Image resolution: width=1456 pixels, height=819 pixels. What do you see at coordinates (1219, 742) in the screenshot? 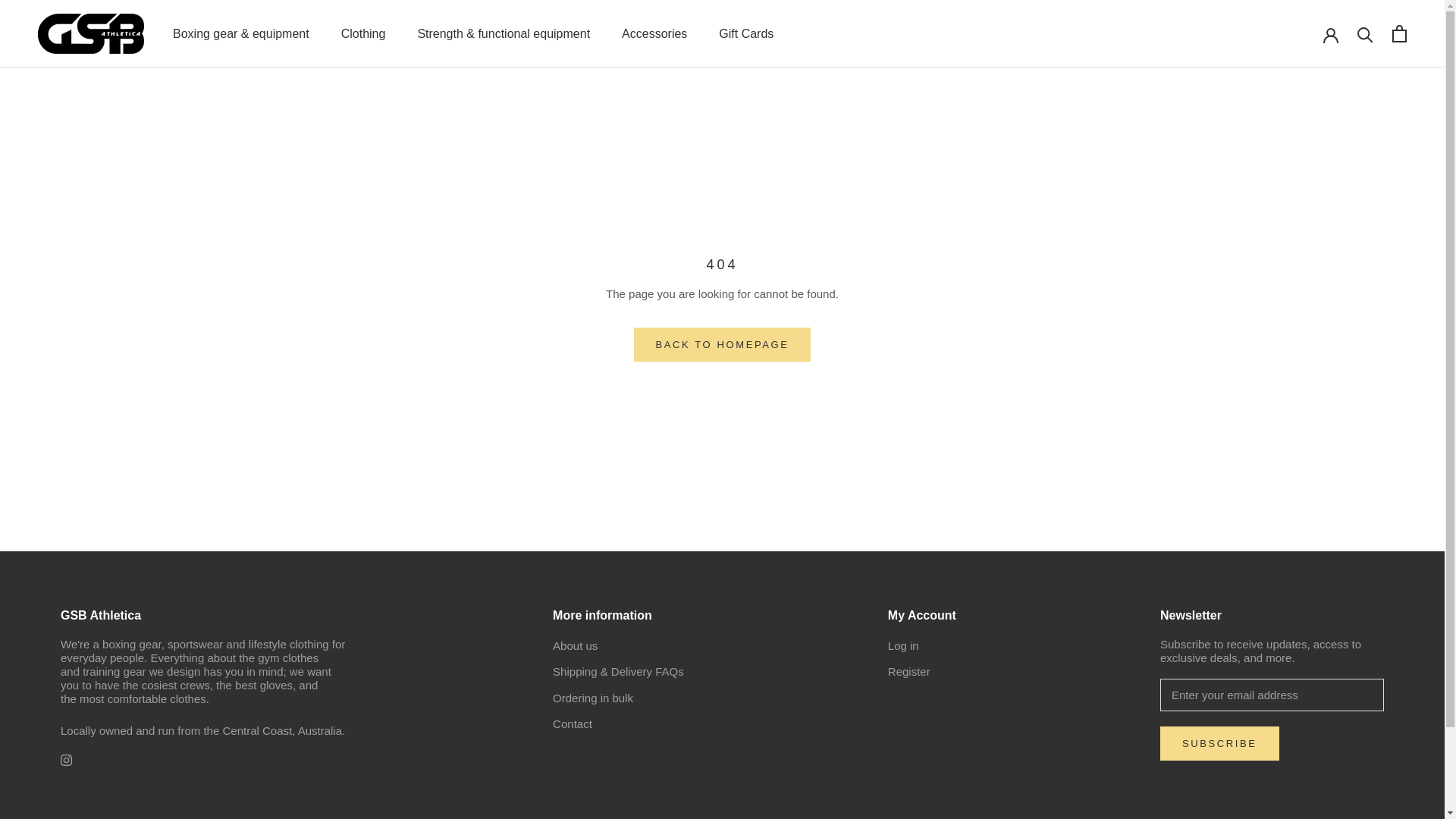
I see `'SUBSCRIBE'` at bounding box center [1219, 742].